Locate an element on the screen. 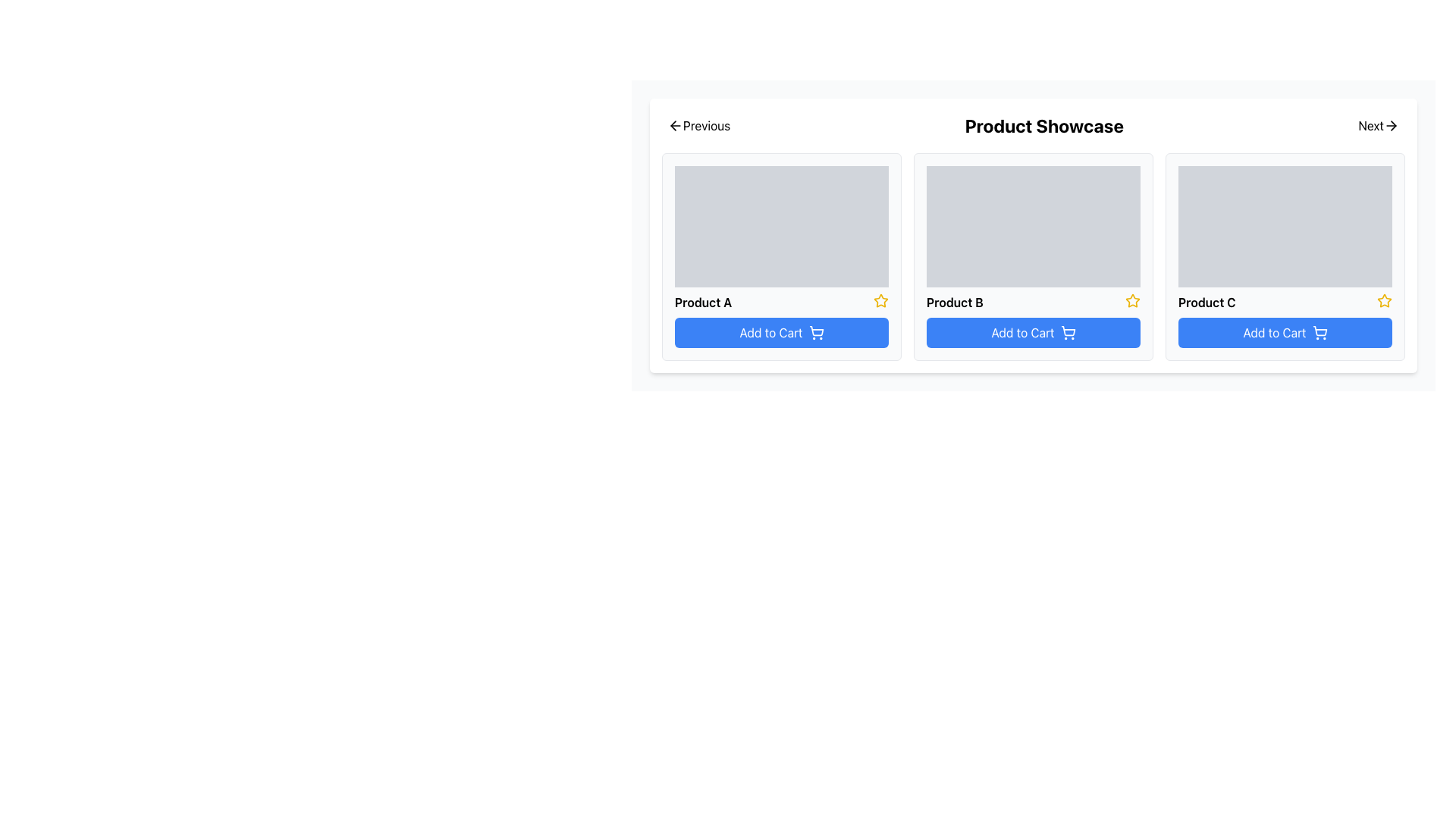 This screenshot has height=819, width=1456. the 'Next' button located at the top right of the navigation control bar is located at coordinates (1379, 124).